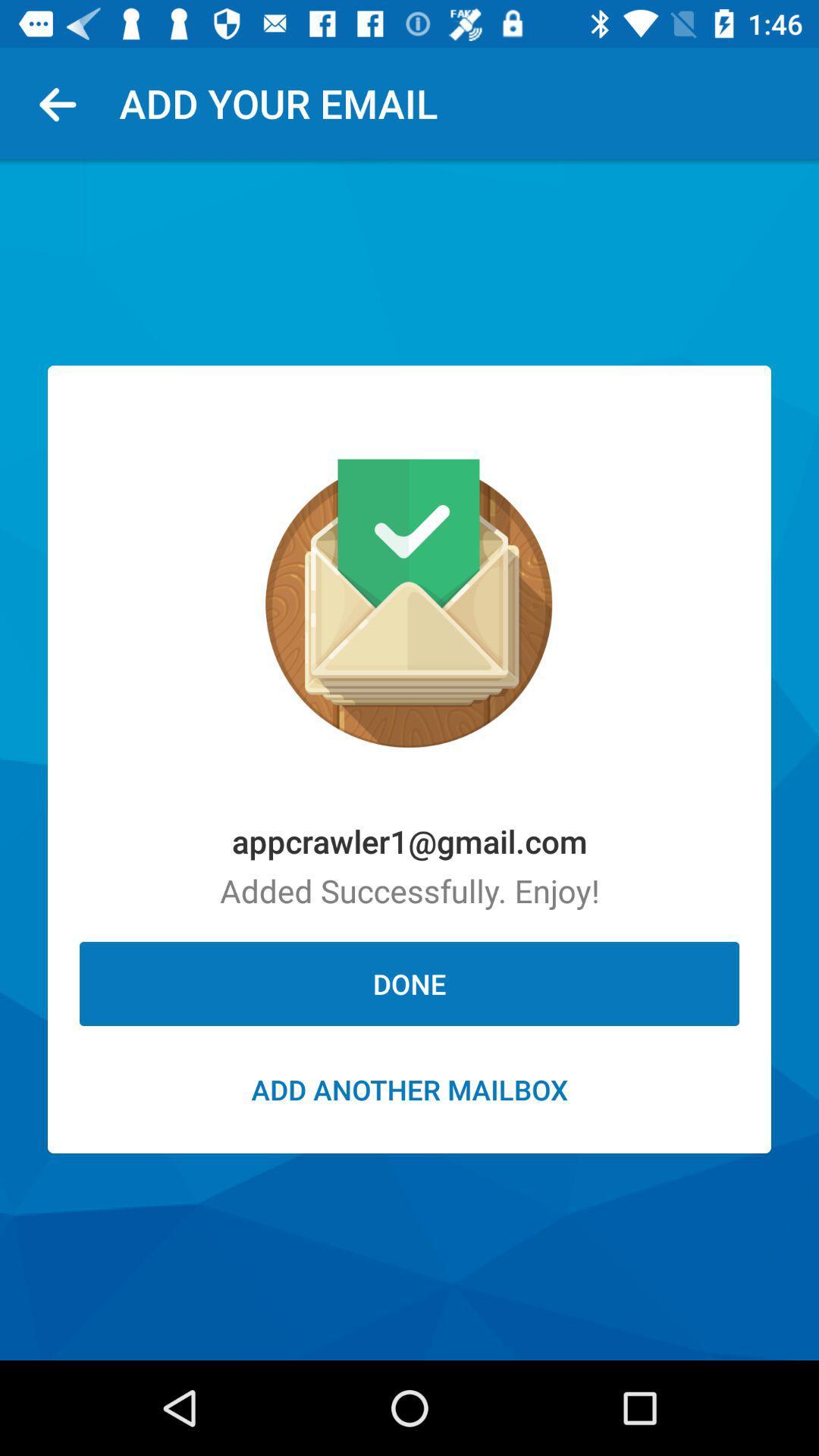 The width and height of the screenshot is (819, 1456). Describe the element at coordinates (63, 102) in the screenshot. I see `the app to the left of the add your email item` at that location.